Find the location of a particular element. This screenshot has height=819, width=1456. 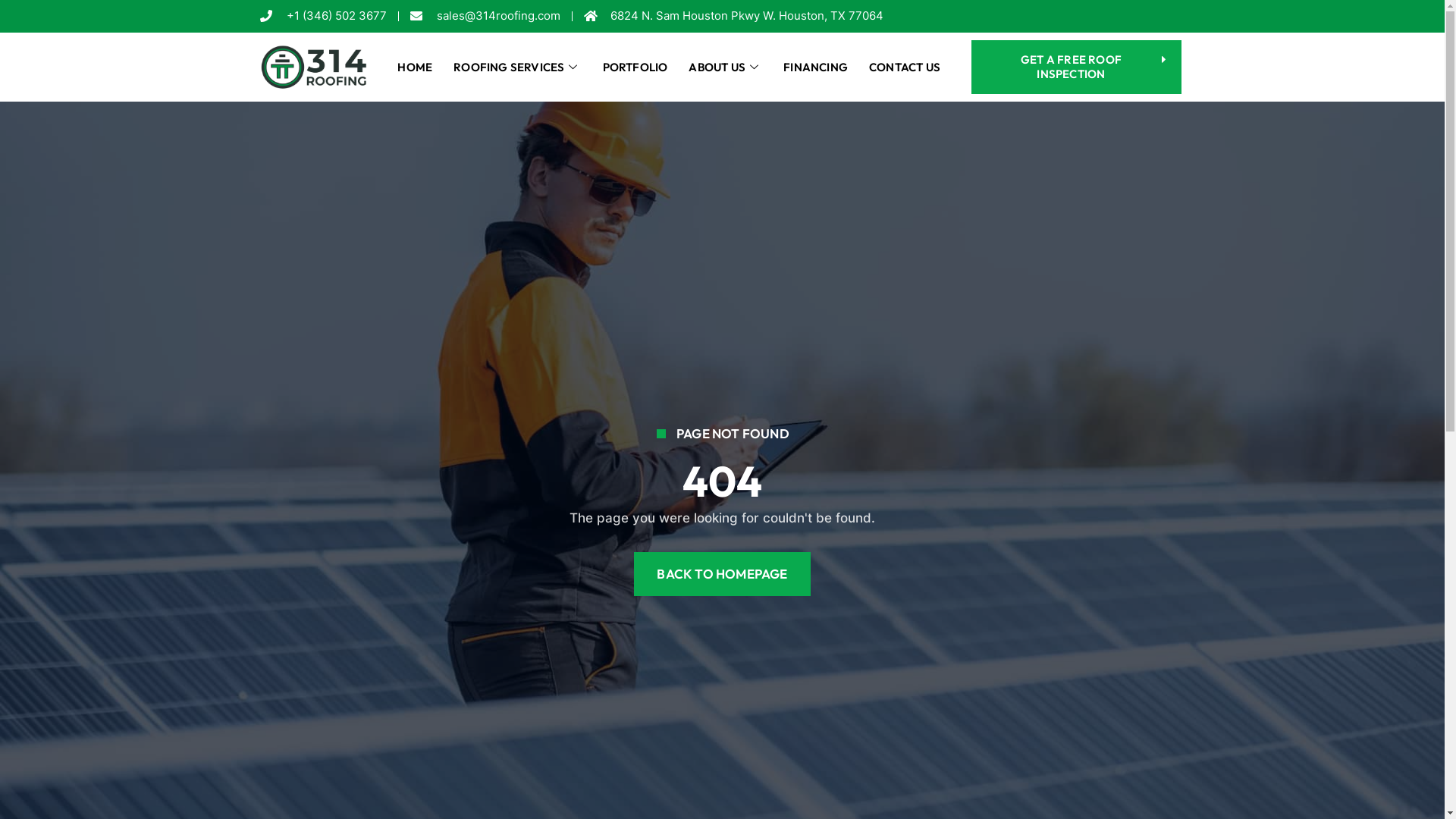

'6824 N. Sam Houston Pkwy W. Houston, TX 77064' is located at coordinates (733, 16).